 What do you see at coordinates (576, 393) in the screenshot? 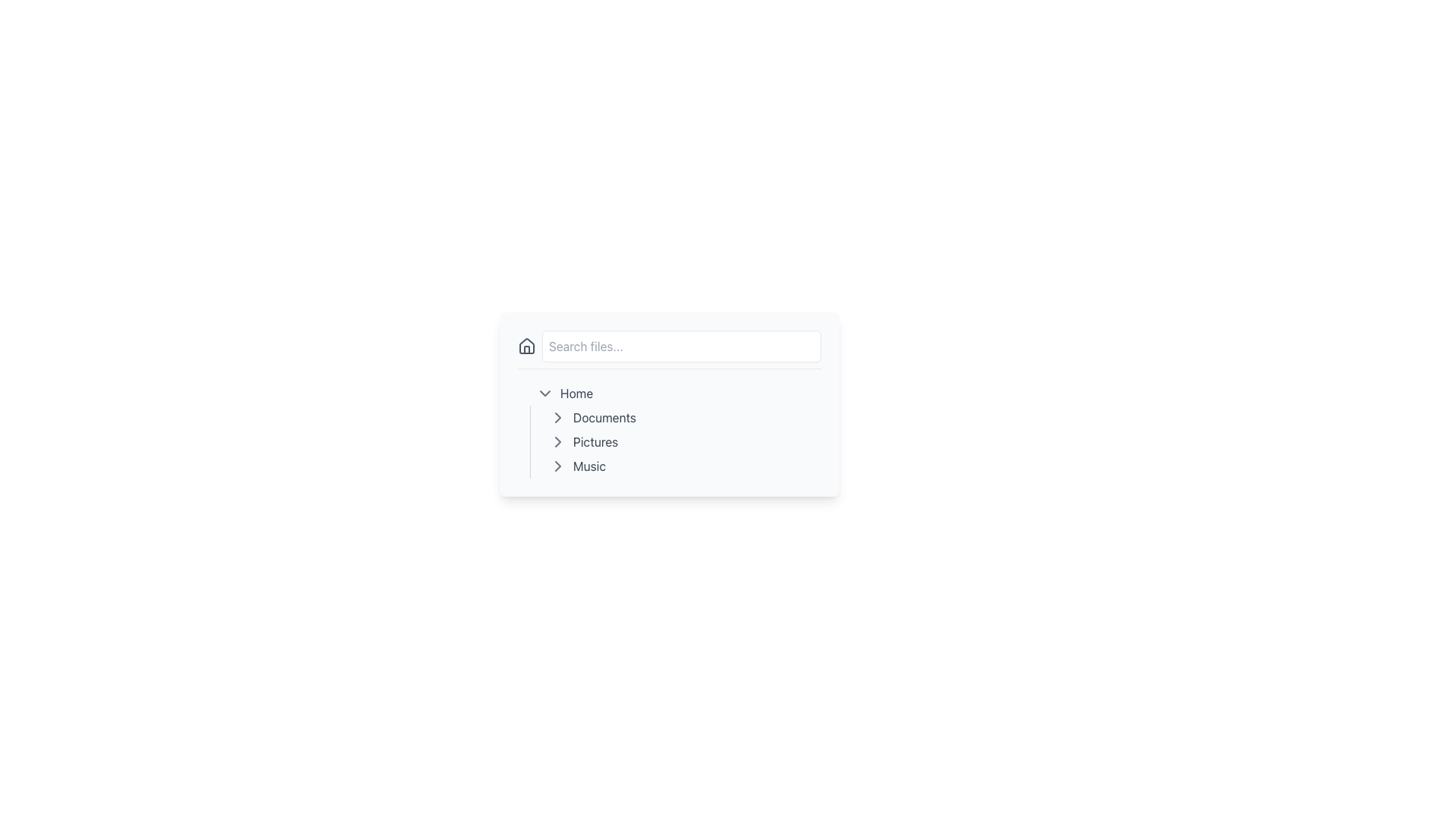
I see `text displayed in the 'Home' Text Display element, which is styled in dark gray and positioned below the search bar in the navigation list` at bounding box center [576, 393].